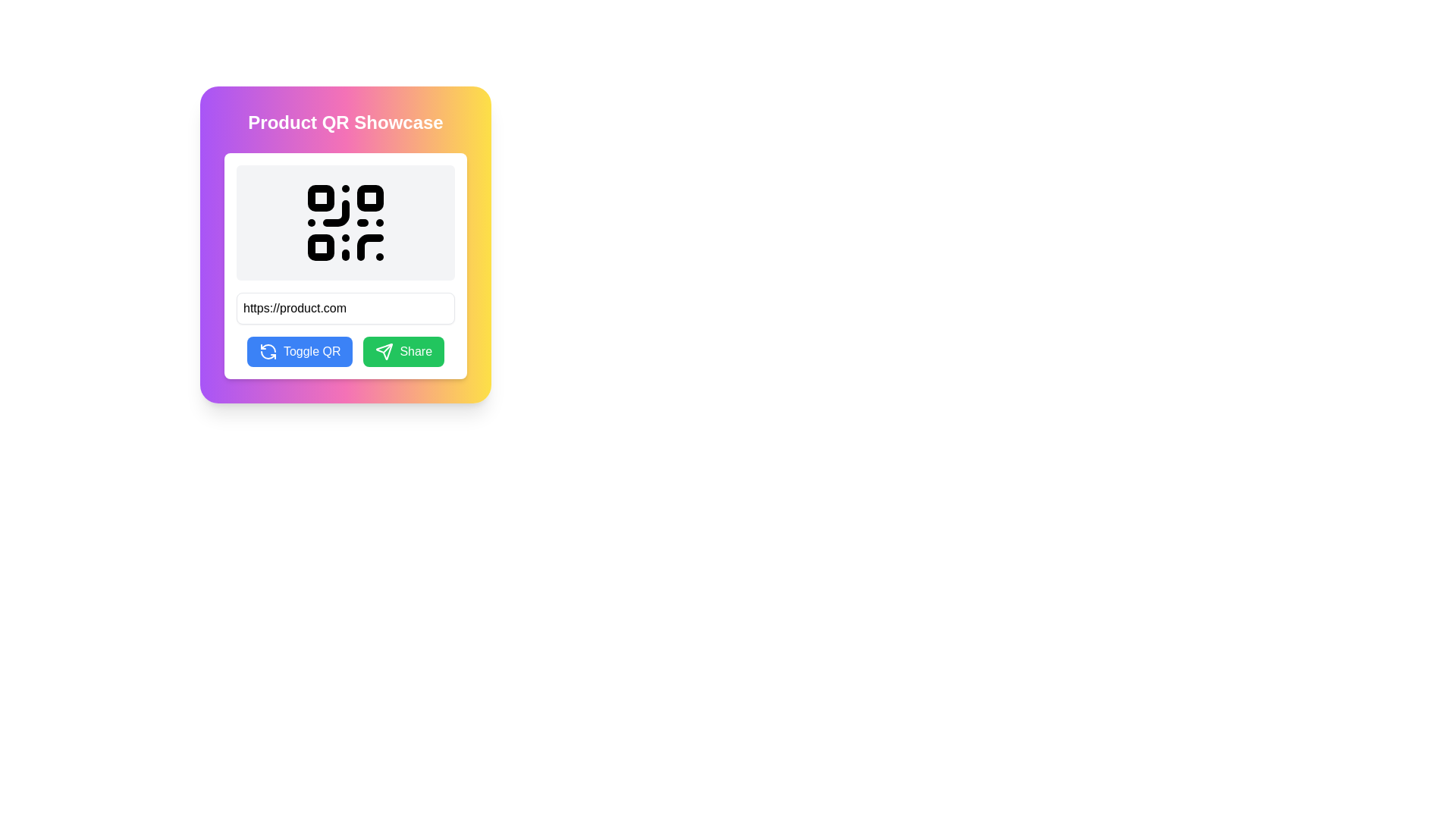 The image size is (1456, 819). I want to click on the QR code graphic, specifically targeting the curved line that is part of its structure, located near the center of the interface, so click(335, 213).